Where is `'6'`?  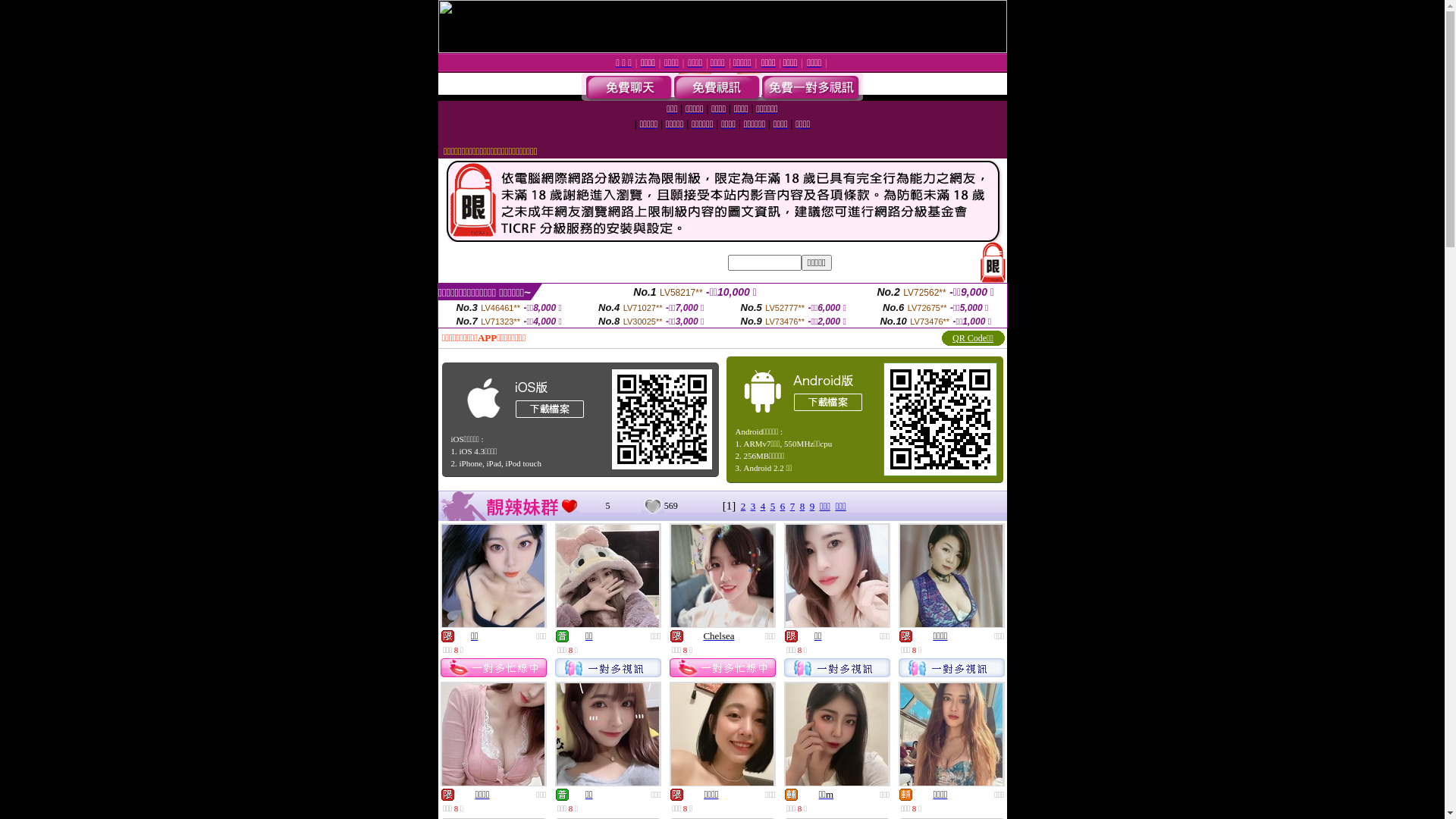
'6' is located at coordinates (780, 506).